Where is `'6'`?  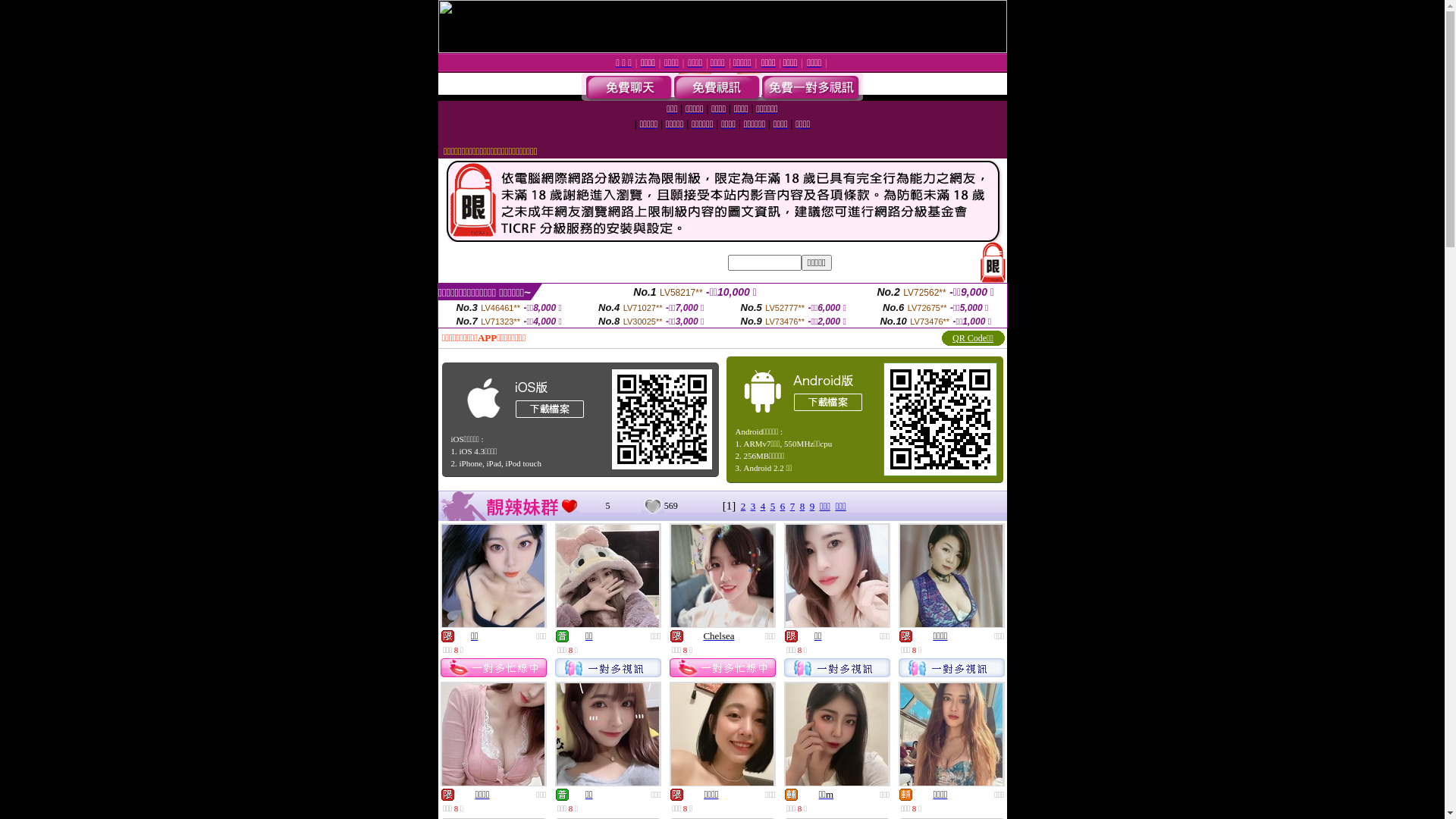
'6' is located at coordinates (780, 506).